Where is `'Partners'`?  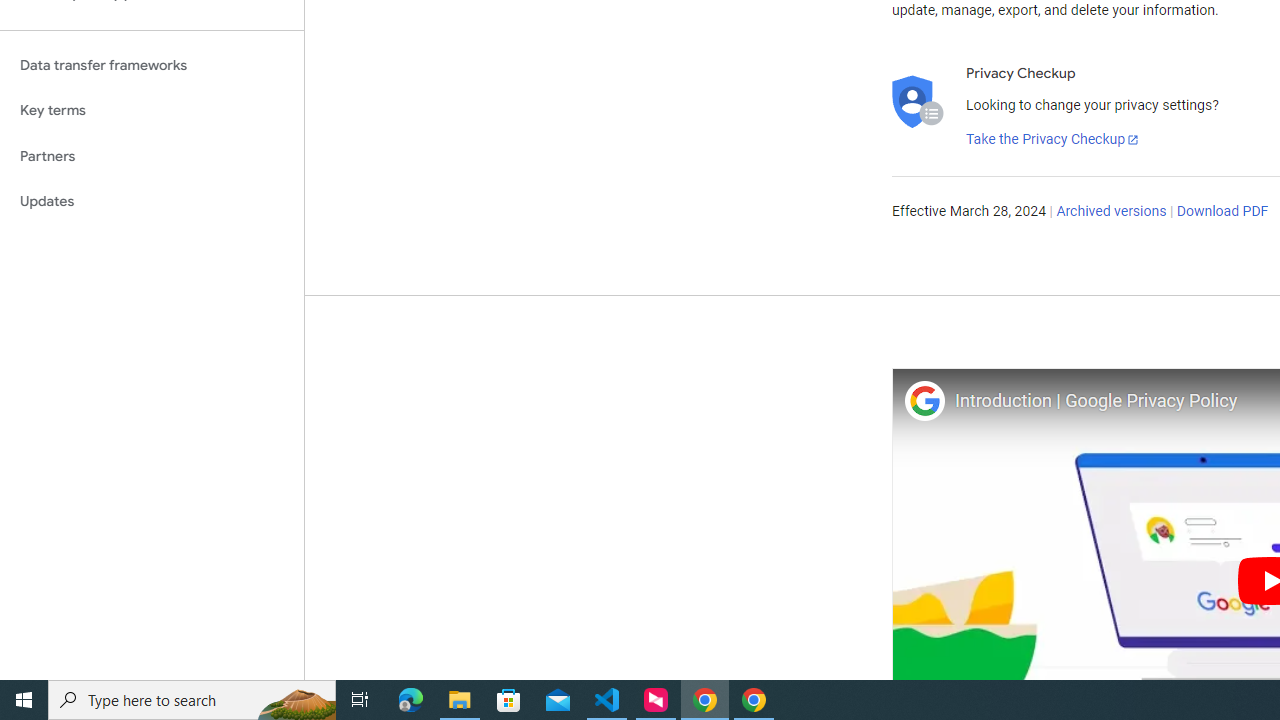
'Partners' is located at coordinates (151, 155).